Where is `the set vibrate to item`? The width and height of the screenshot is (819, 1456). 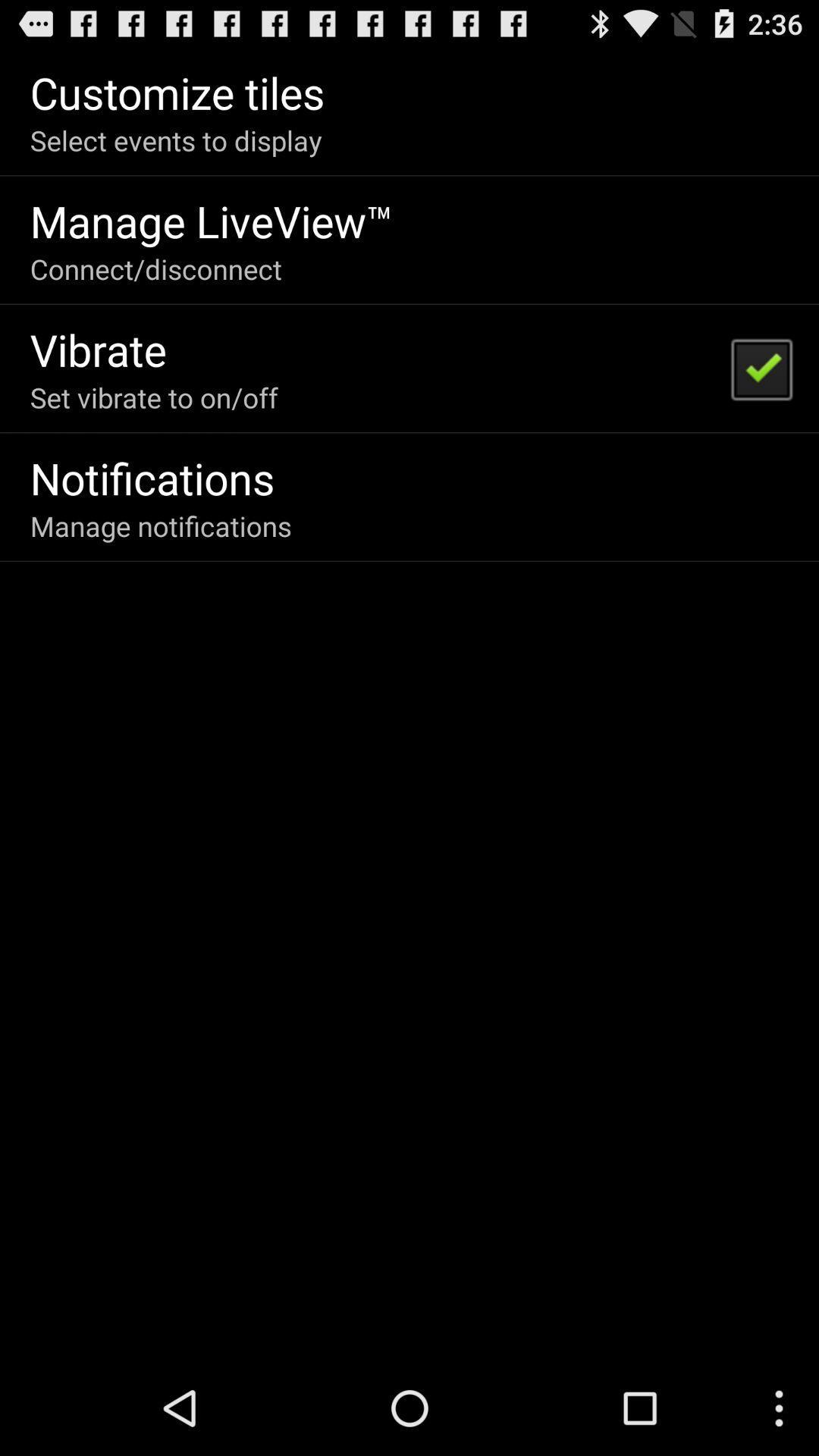
the set vibrate to item is located at coordinates (154, 397).